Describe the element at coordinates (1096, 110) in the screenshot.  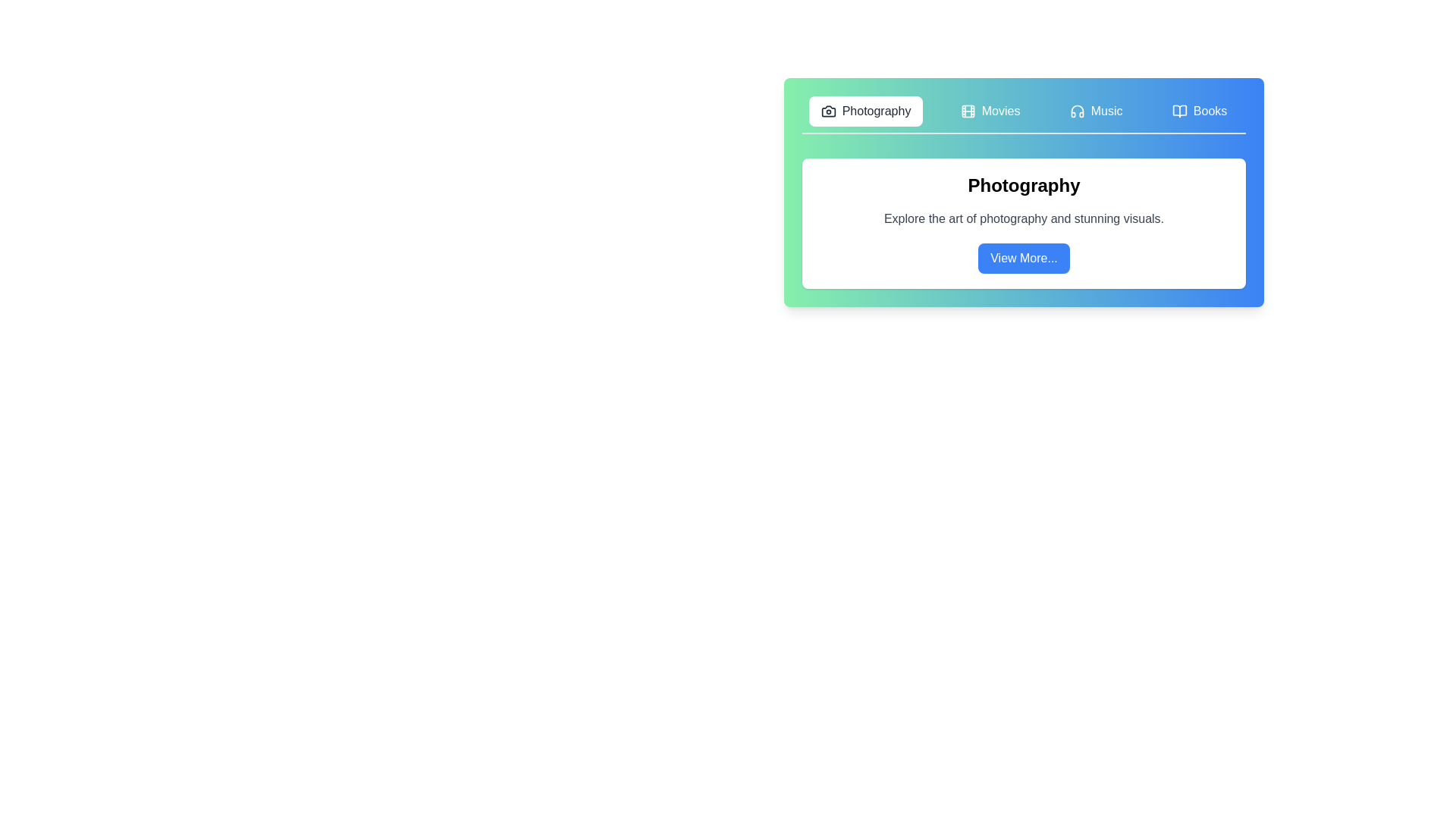
I see `the Music tab to view its content` at that location.